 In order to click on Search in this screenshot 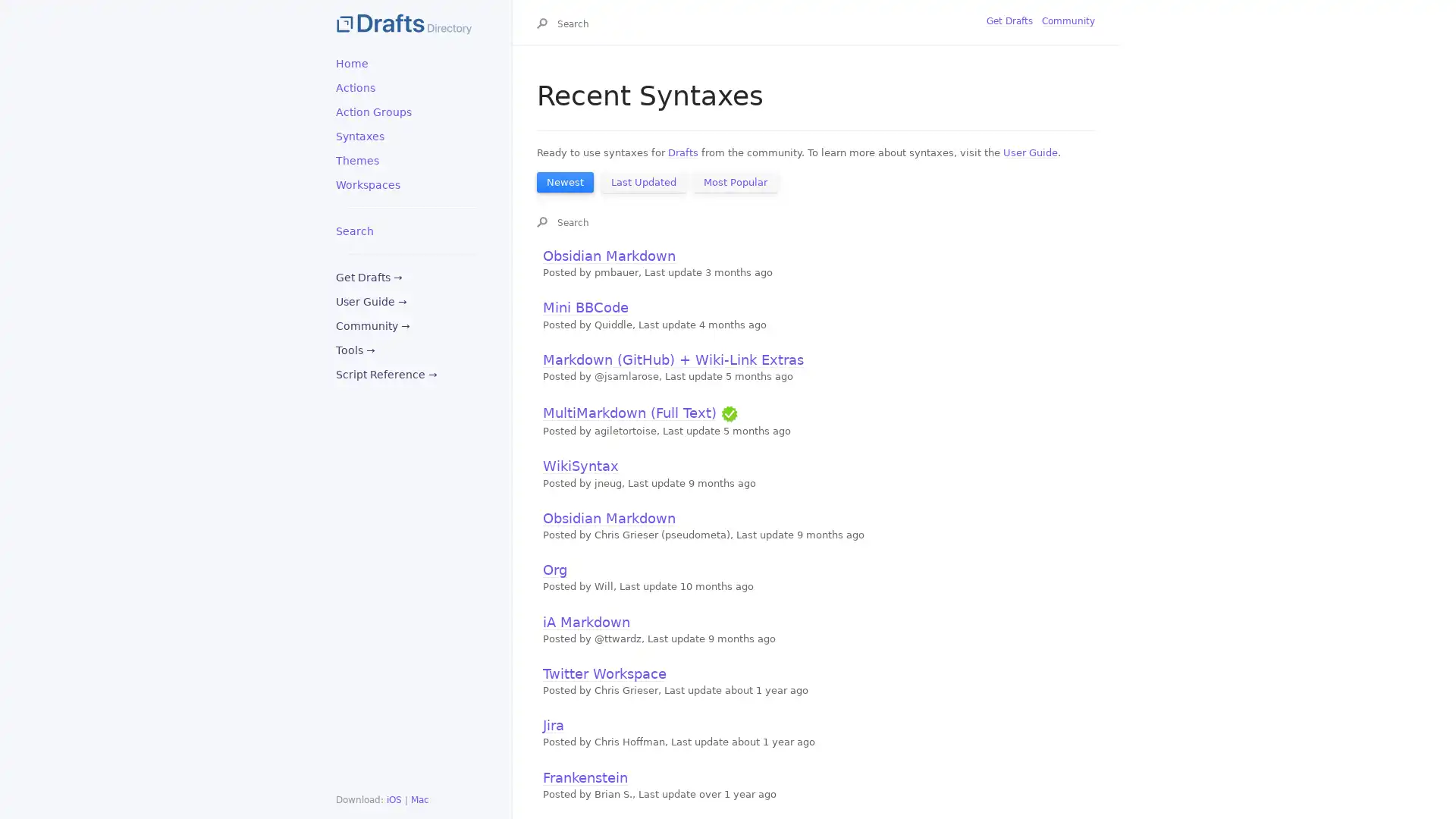, I will do `click(545, 25)`.